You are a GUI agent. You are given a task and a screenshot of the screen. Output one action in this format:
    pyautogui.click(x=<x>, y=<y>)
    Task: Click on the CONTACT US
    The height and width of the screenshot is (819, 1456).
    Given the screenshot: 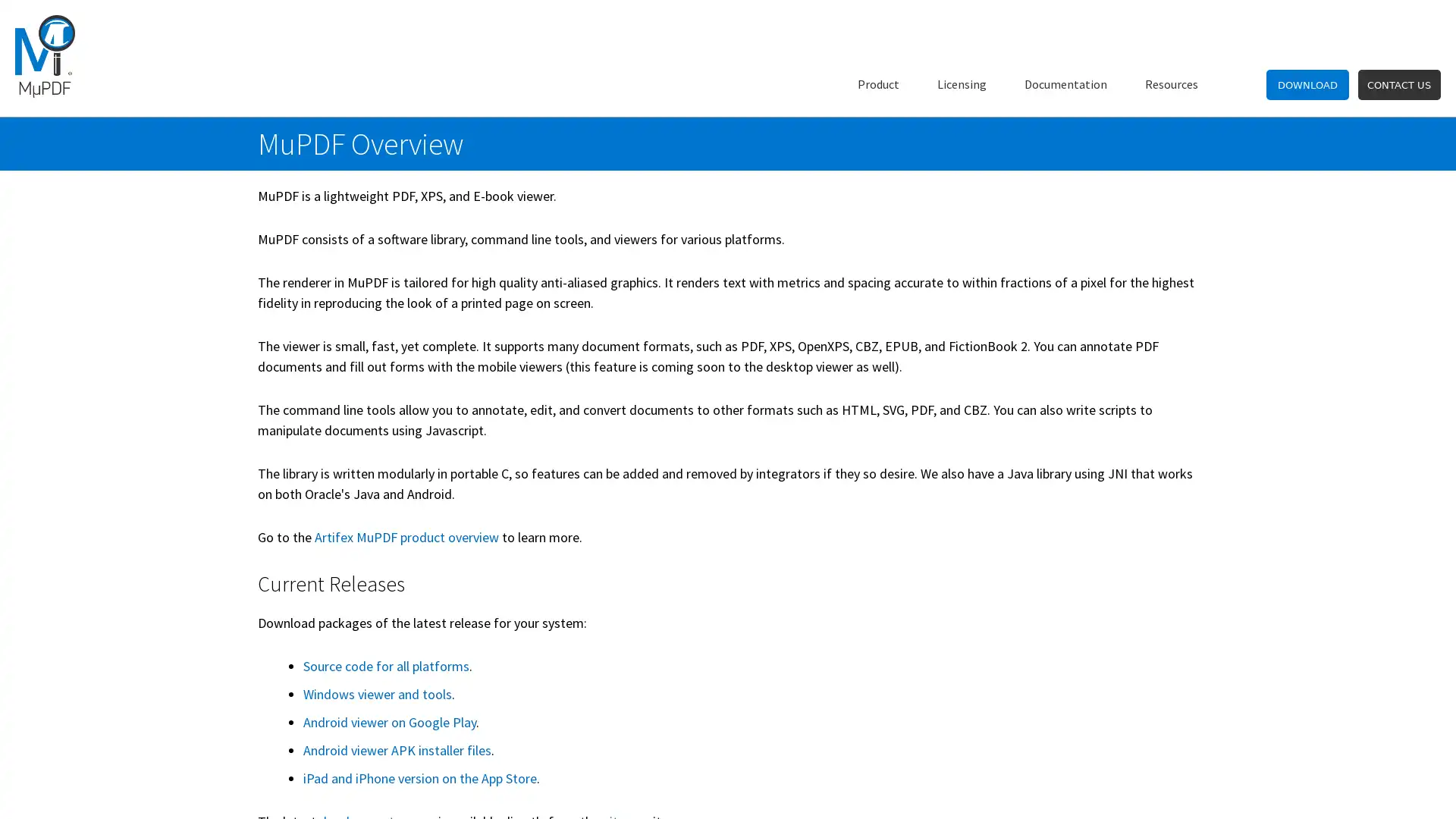 What is the action you would take?
    pyautogui.click(x=1398, y=84)
    